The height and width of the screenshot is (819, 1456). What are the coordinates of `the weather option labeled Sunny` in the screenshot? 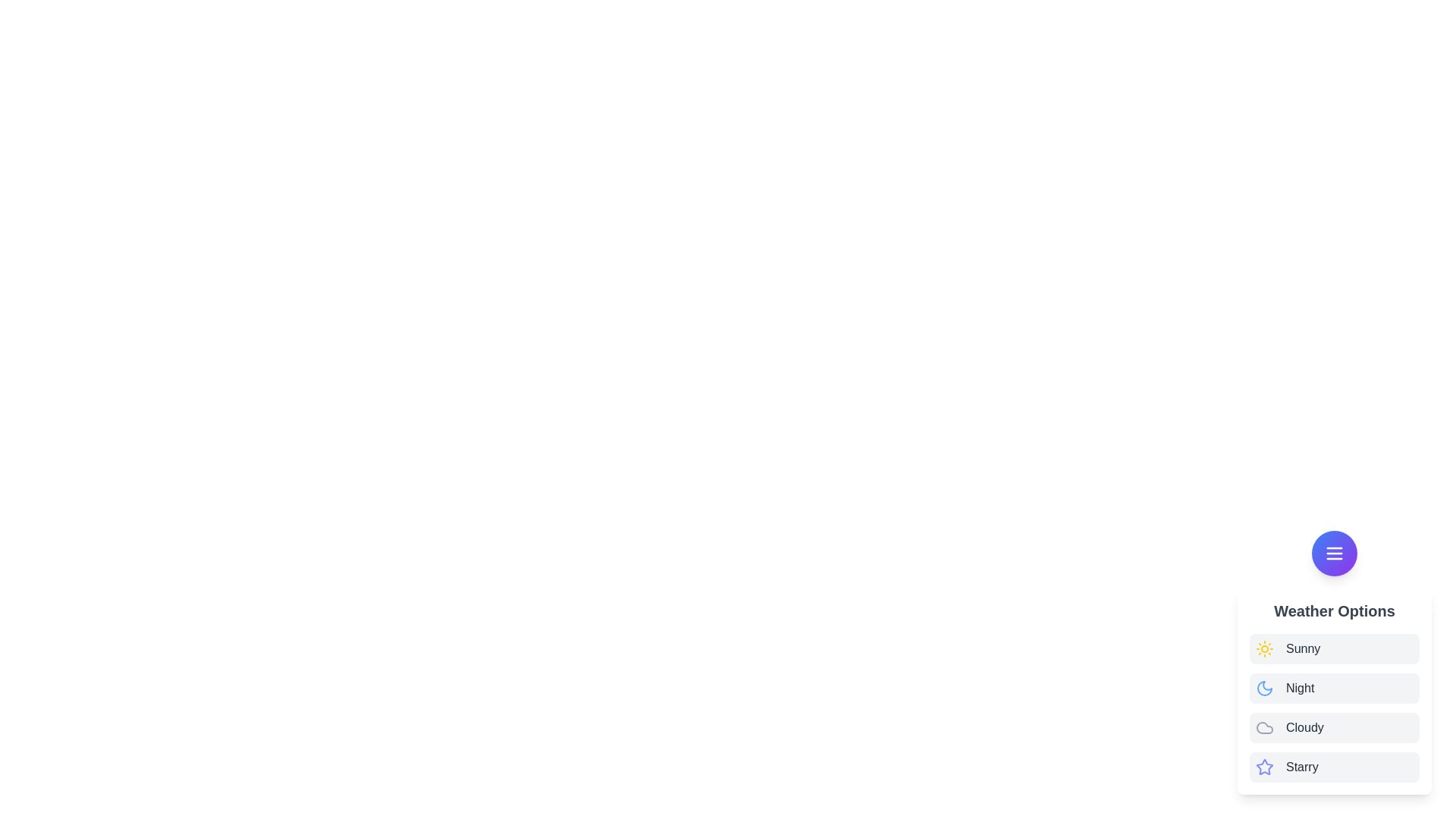 It's located at (1302, 648).